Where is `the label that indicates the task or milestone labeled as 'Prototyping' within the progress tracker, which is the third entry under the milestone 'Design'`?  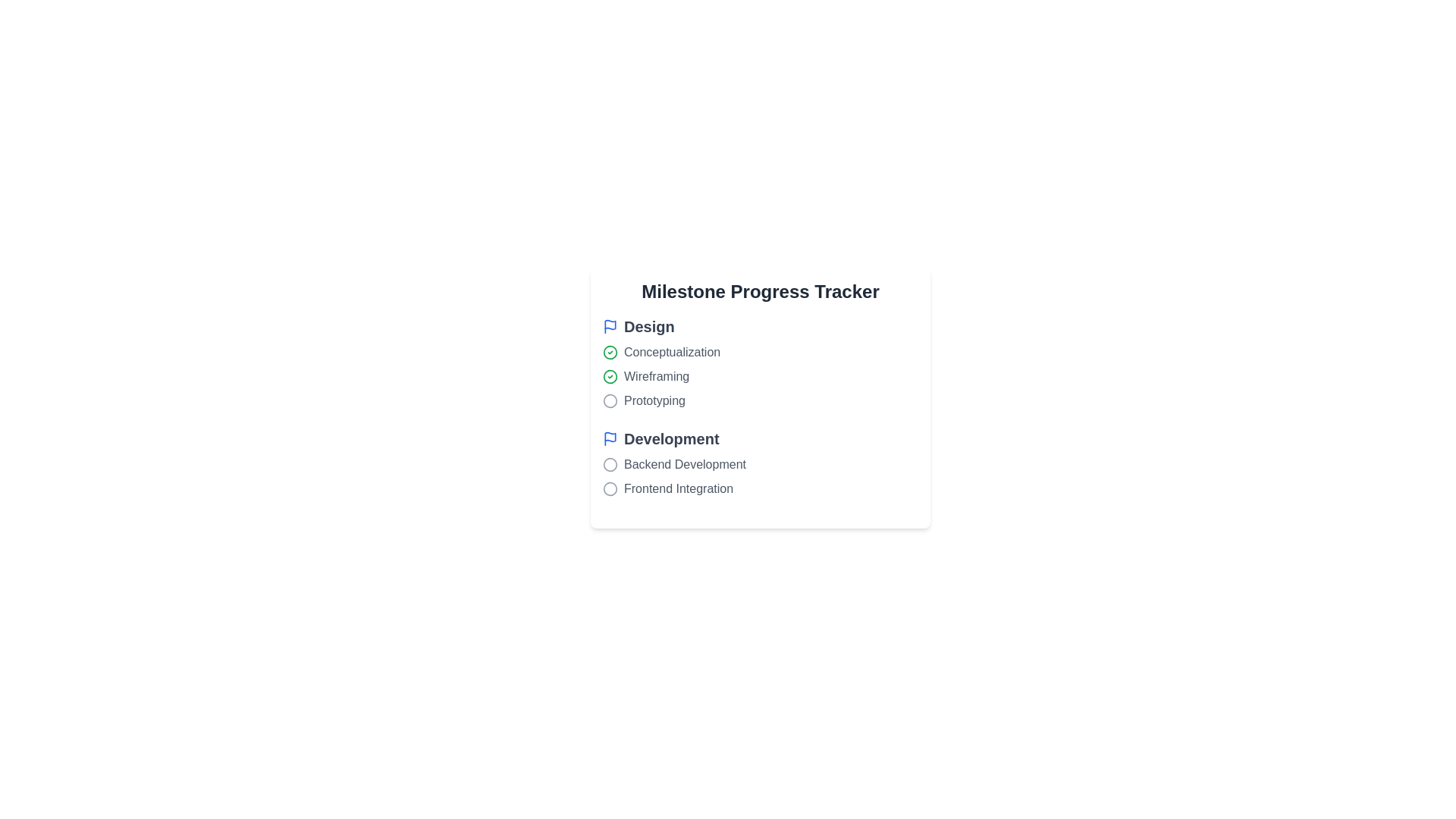
the label that indicates the task or milestone labeled as 'Prototyping' within the progress tracker, which is the third entry under the milestone 'Design' is located at coordinates (654, 400).